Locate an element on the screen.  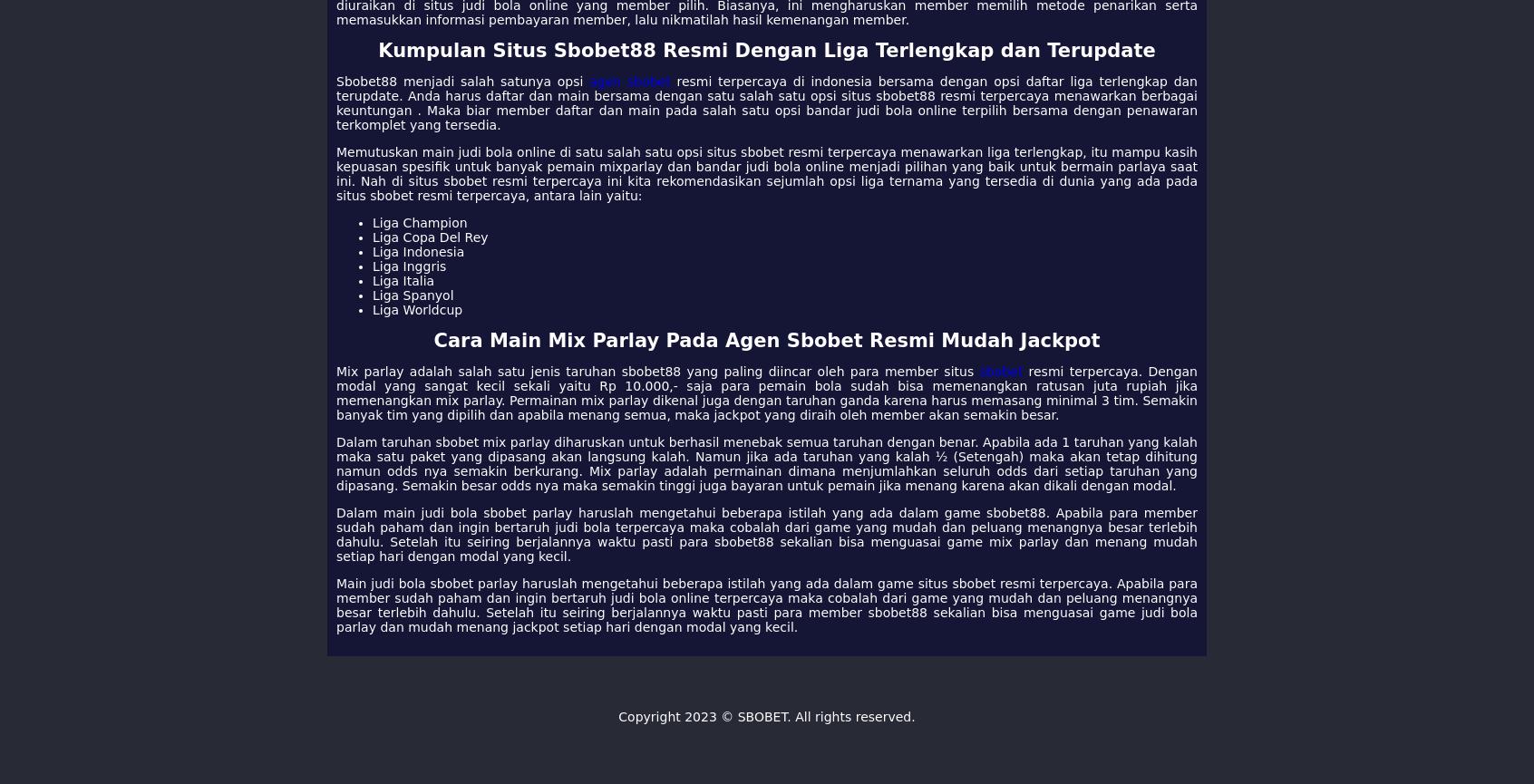
'Memutuskan main judi bola online di satu salah satu opsi situs sbobet resmi terpercaya menawarkan liga terlengkap, itu mampu kasih kepuasan spesifik untuk banyak pemain mixparlay dan bandar judi bola online menjadi pilihan yang baik untuk bermain parlaya saat ini. Nah di situs sbobet resmi terpercaya ini kita rekomendasikan sejumlah opsi liga ternama yang tersedia di dunia yang ada pada situs sbobet resmi terpercaya, antara lain yaitu:' is located at coordinates (767, 173).